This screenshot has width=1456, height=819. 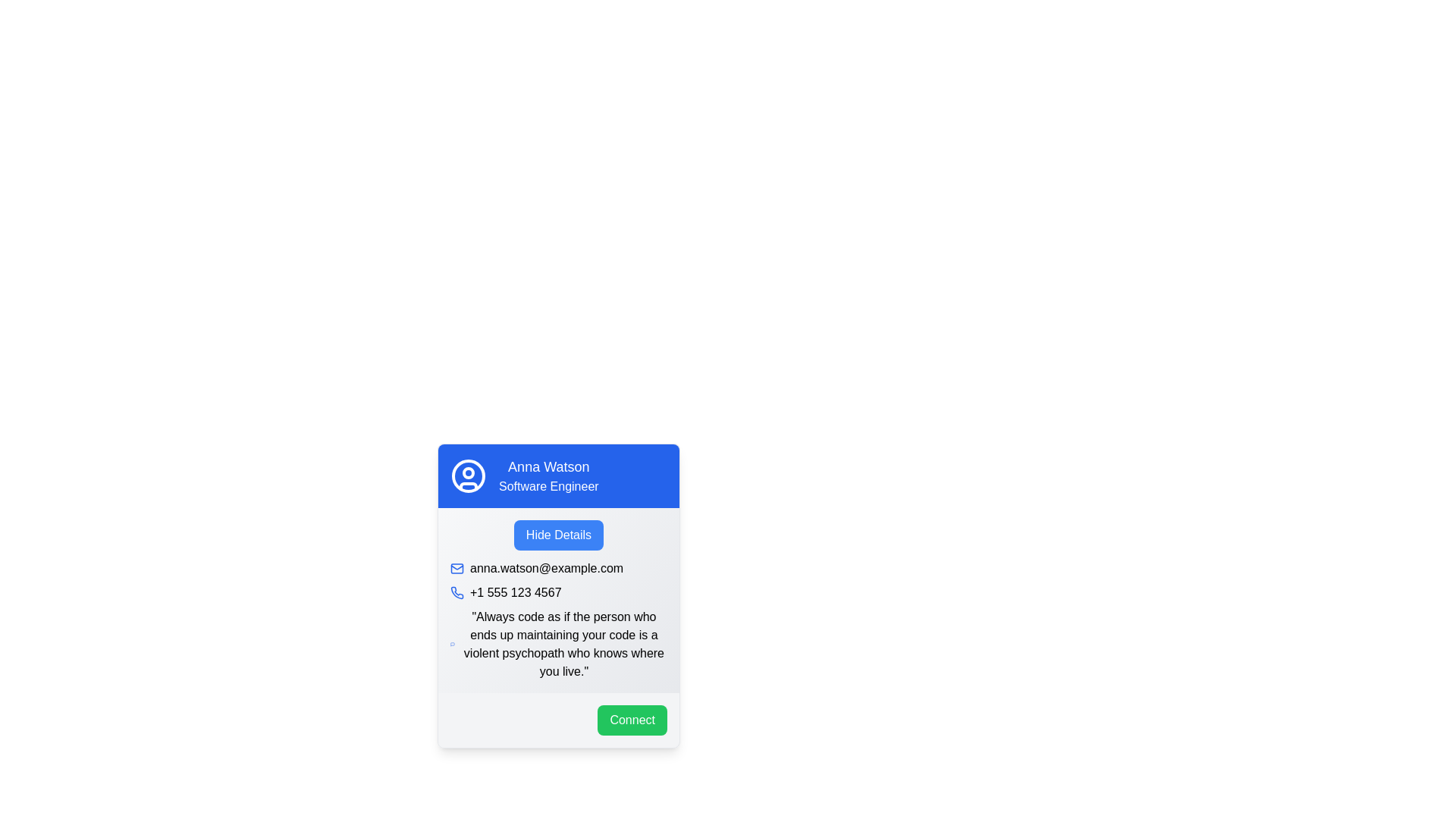 What do you see at coordinates (468, 475) in the screenshot?
I see `the user icon represented as a circular outline with a head and shoulders above the text 'Anna Watson Software Engineer'` at bounding box center [468, 475].